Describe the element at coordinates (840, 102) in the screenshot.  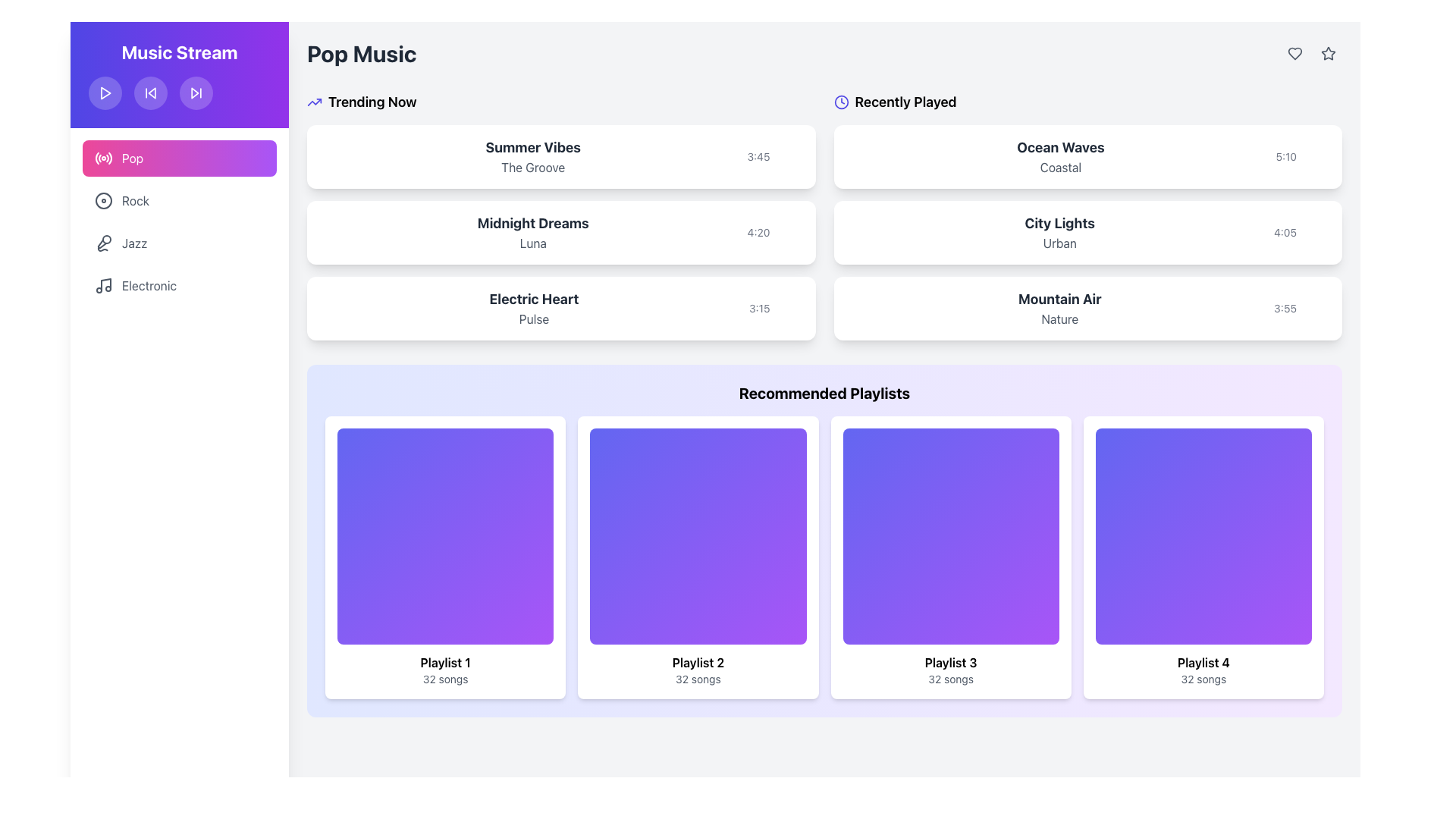
I see `the circular indigo clock icon located to the left of the 'Recently Played' text in the top-right section of the interface` at that location.